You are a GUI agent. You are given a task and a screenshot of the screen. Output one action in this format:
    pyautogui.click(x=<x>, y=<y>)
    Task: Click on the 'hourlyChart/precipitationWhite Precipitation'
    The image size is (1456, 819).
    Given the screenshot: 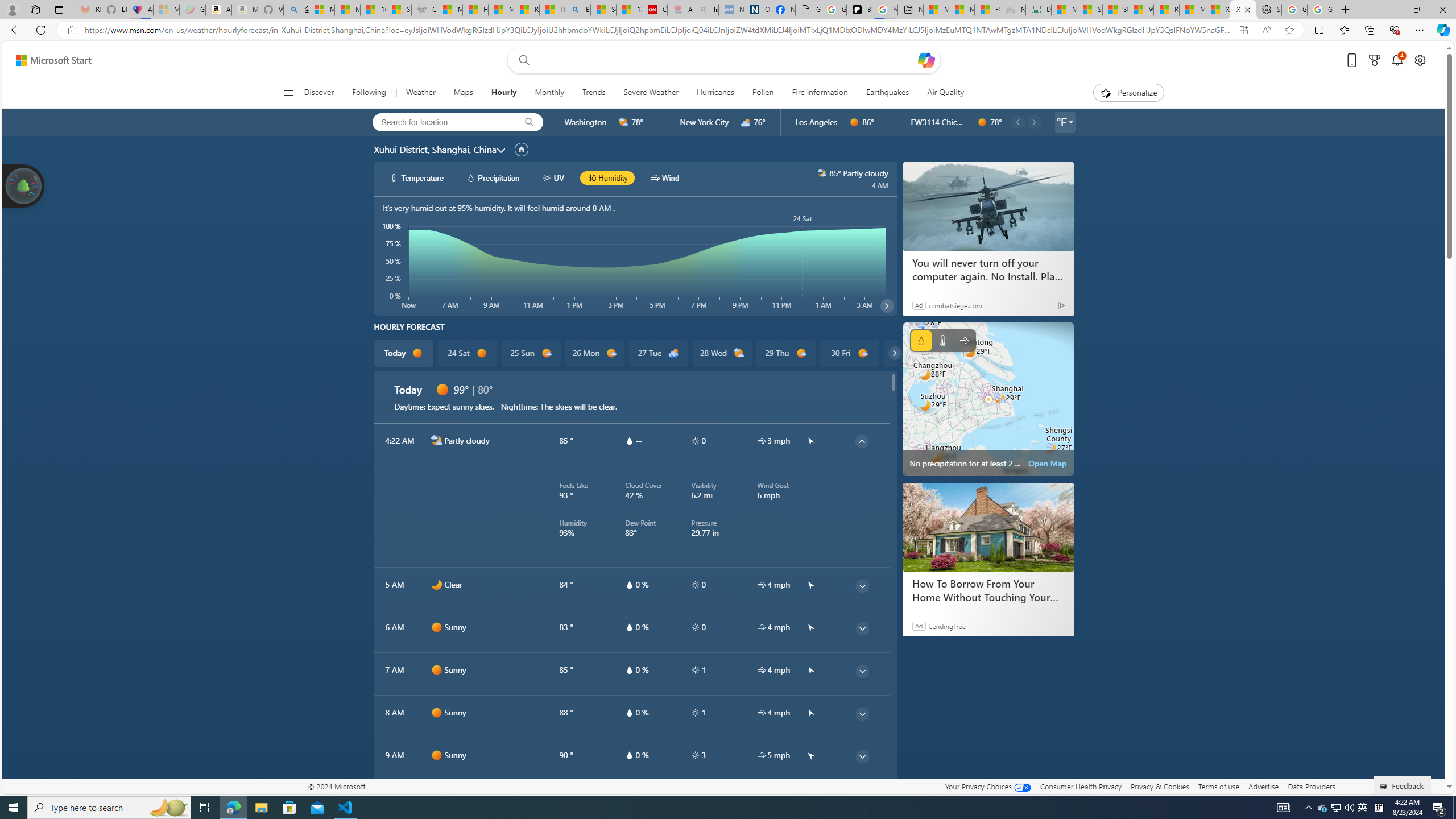 What is the action you would take?
    pyautogui.click(x=493, y=178)
    